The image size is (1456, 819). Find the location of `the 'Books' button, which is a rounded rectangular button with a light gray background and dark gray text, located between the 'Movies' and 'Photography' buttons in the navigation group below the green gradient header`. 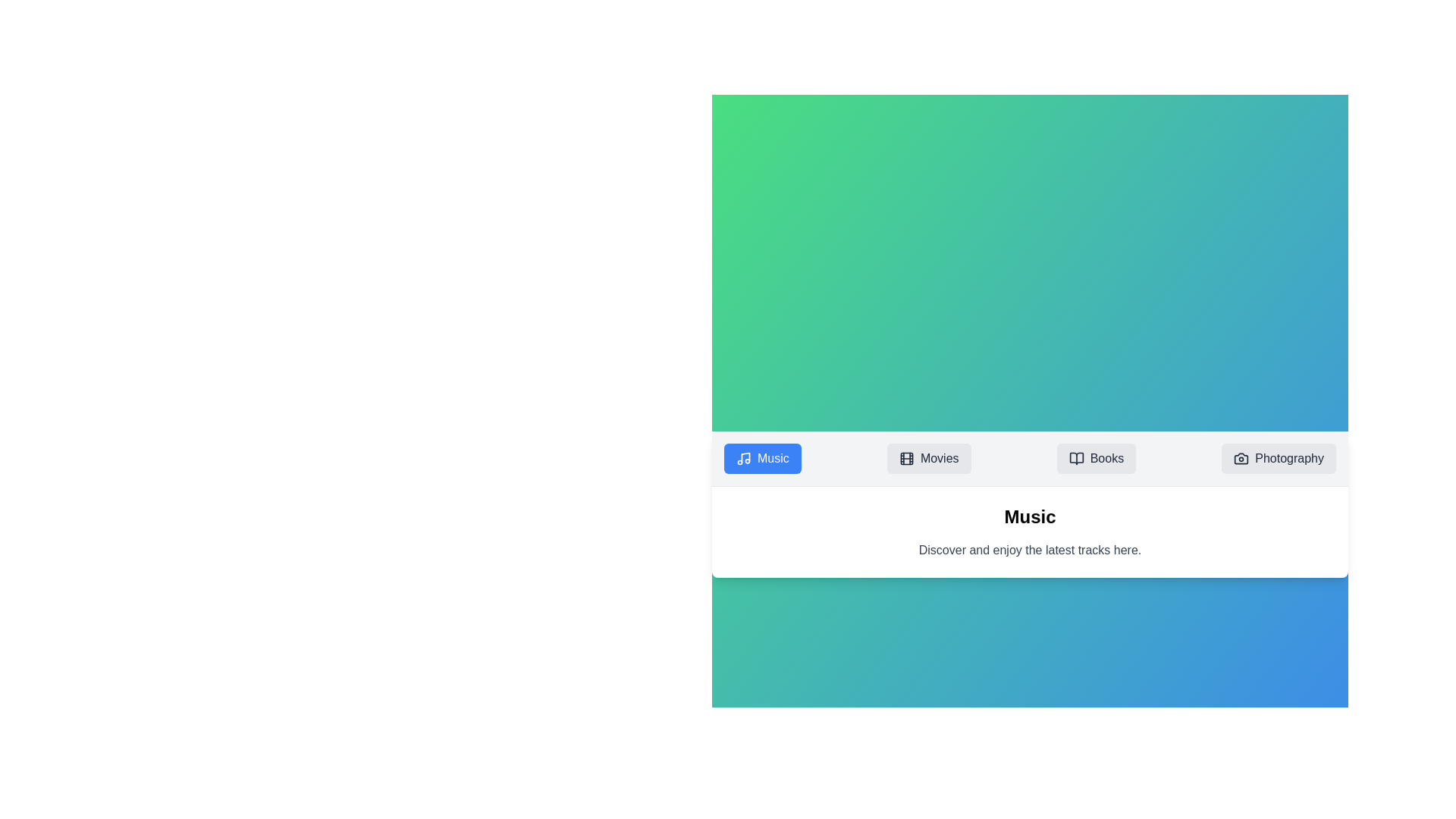

the 'Books' button, which is a rounded rectangular button with a light gray background and dark gray text, located between the 'Movies' and 'Photography' buttons in the navigation group below the green gradient header is located at coordinates (1096, 457).